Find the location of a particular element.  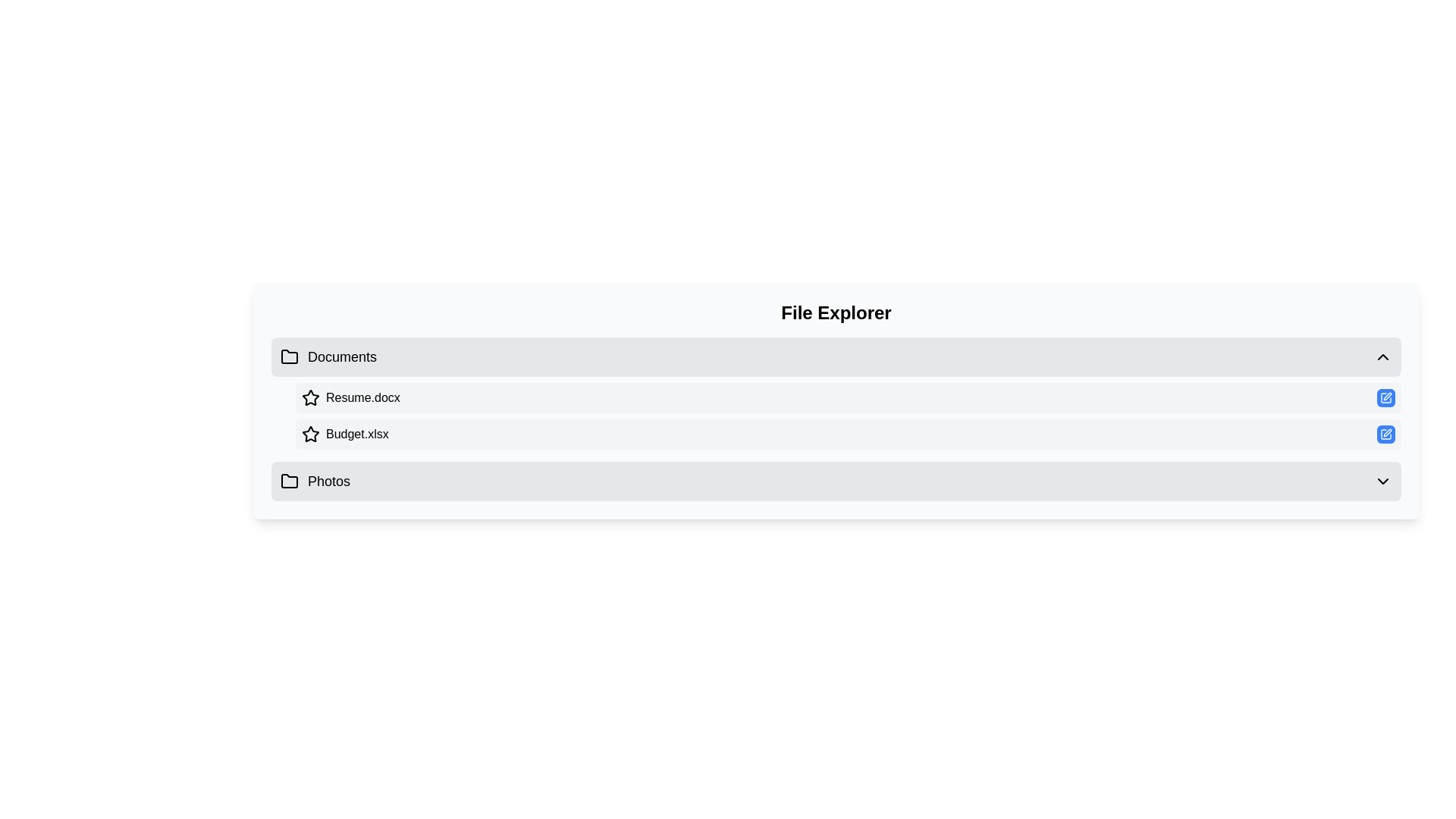

the bright blue rounded rectangular button with a pen and square icon located in the top right corner of the row labeled 'Budget.xlsx' to initiate an action is located at coordinates (1386, 435).